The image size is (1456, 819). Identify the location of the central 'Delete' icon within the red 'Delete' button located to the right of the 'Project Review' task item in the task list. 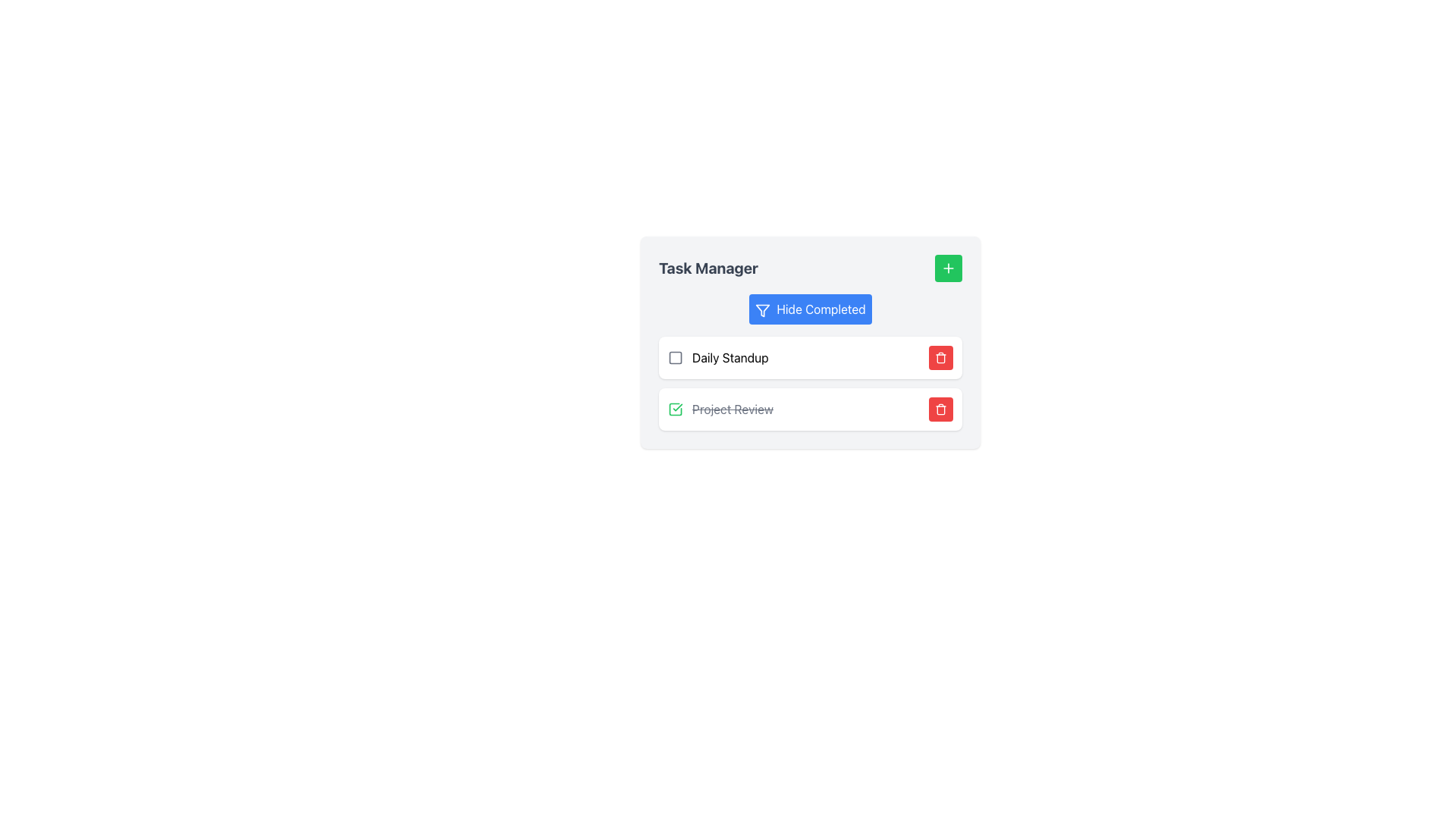
(940, 409).